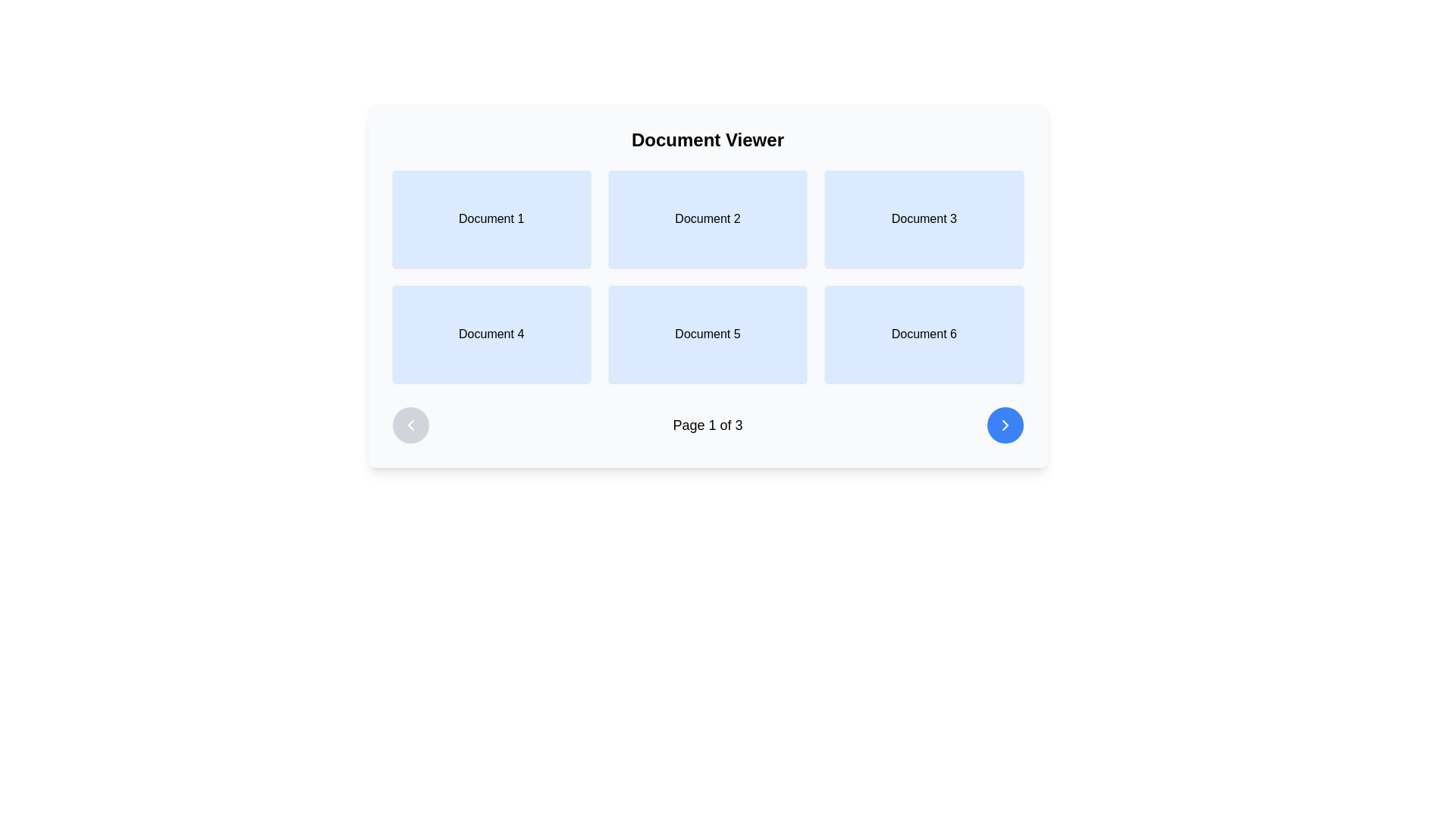 This screenshot has width=1456, height=819. Describe the element at coordinates (491, 333) in the screenshot. I see `the button-like component labeled 'Document 4' with a pale blue background, located in the second row, first column of the grid layout` at that location.